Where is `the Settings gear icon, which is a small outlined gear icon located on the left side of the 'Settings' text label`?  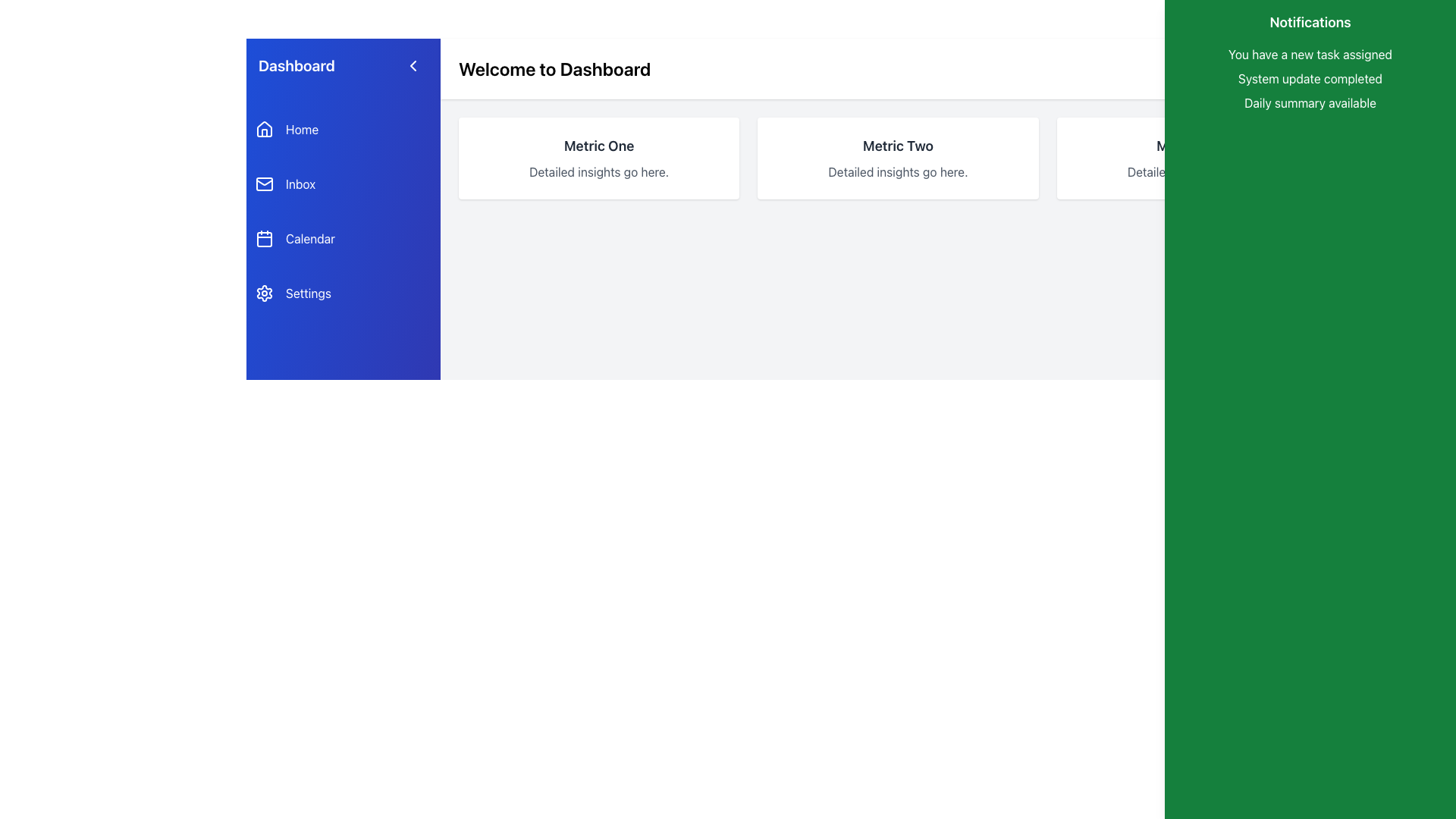
the Settings gear icon, which is a small outlined gear icon located on the left side of the 'Settings' text label is located at coordinates (265, 293).